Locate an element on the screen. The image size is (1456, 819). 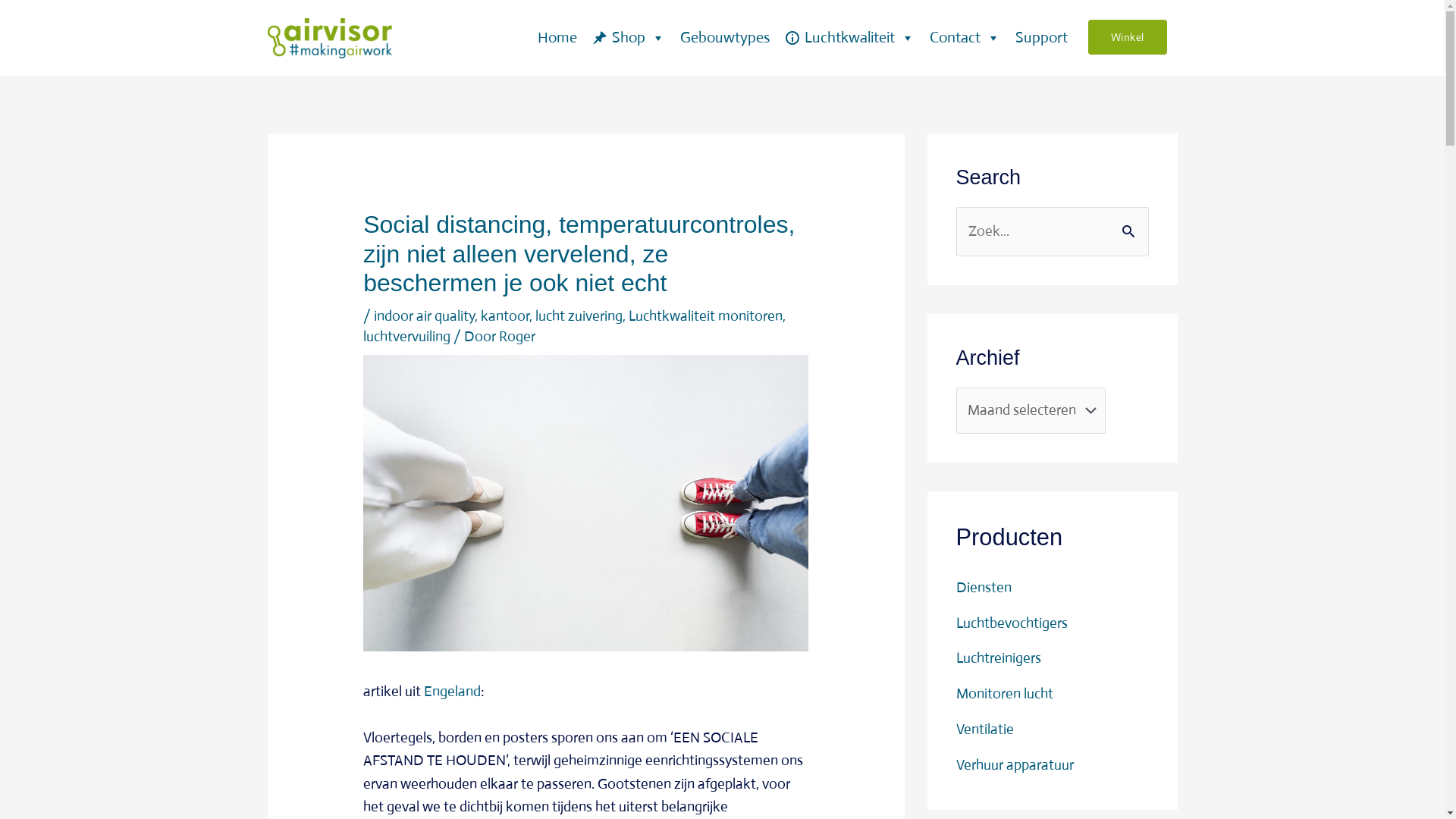
'Ventilatie' is located at coordinates (984, 728).